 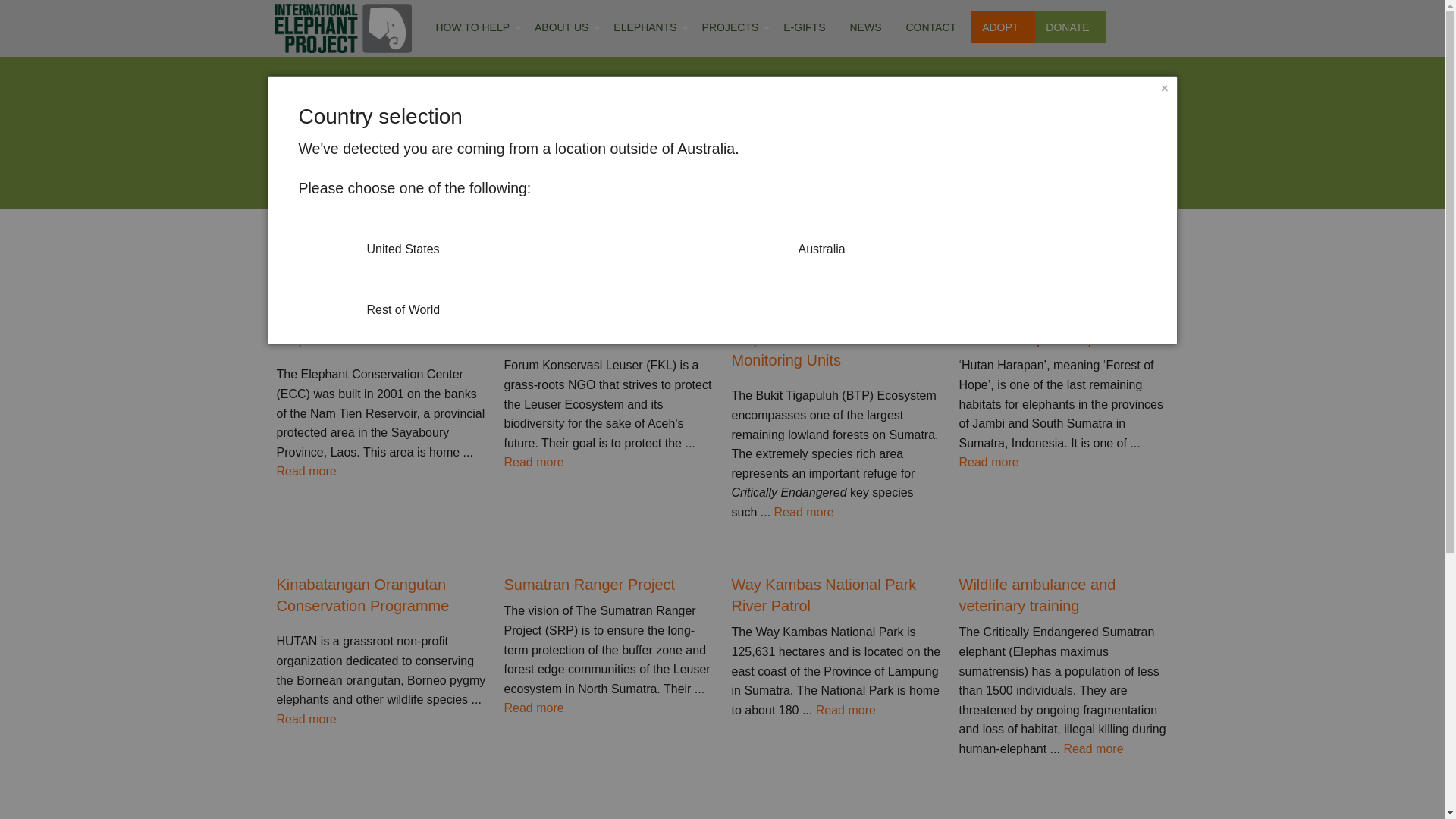 What do you see at coordinates (1003, 27) in the screenshot?
I see `'ADOPT'` at bounding box center [1003, 27].